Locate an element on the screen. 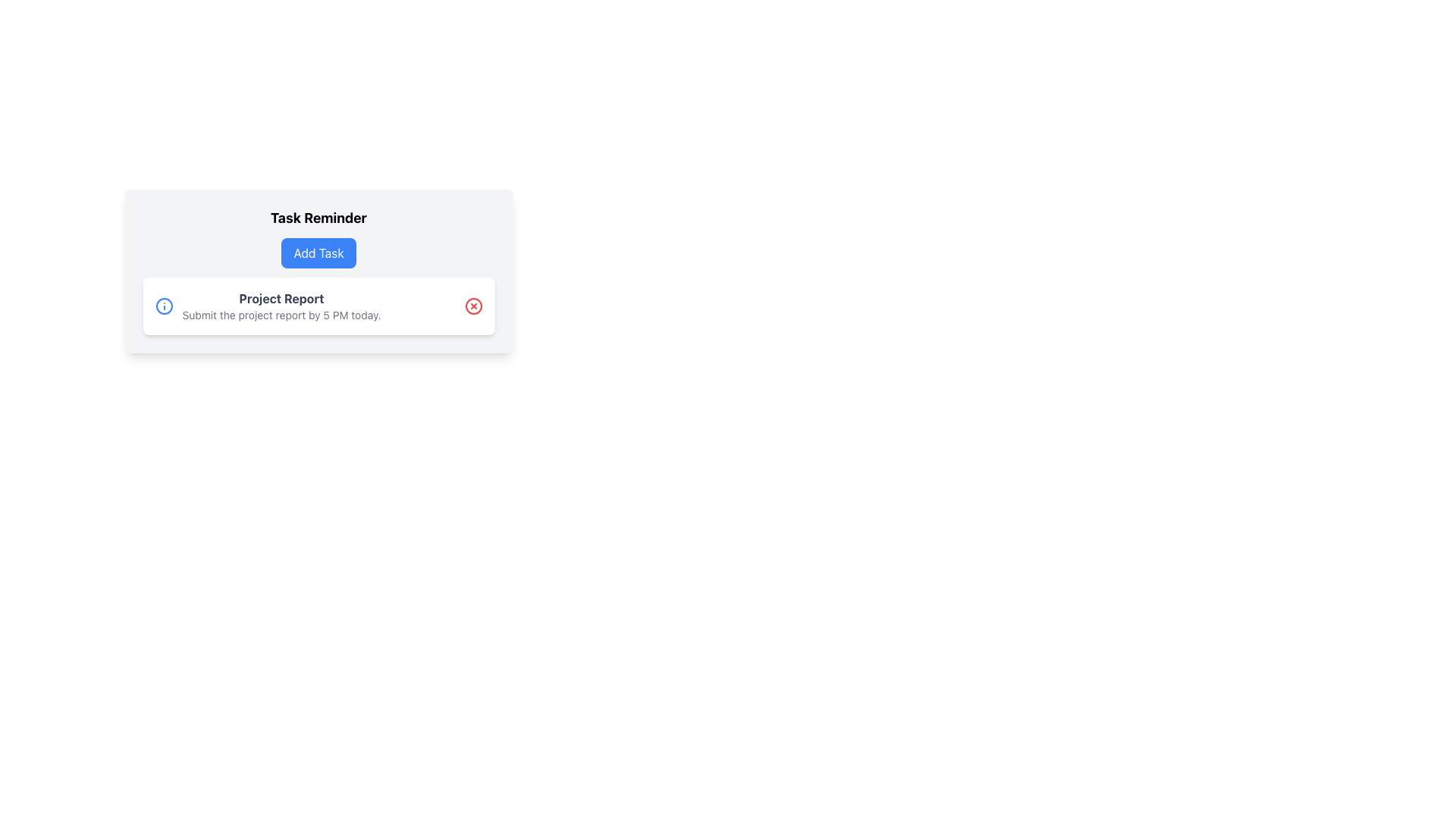  the informational icon in the 'Task Reminder' section, which is the leftmost element aligned with the title 'Project Report.' is located at coordinates (164, 306).